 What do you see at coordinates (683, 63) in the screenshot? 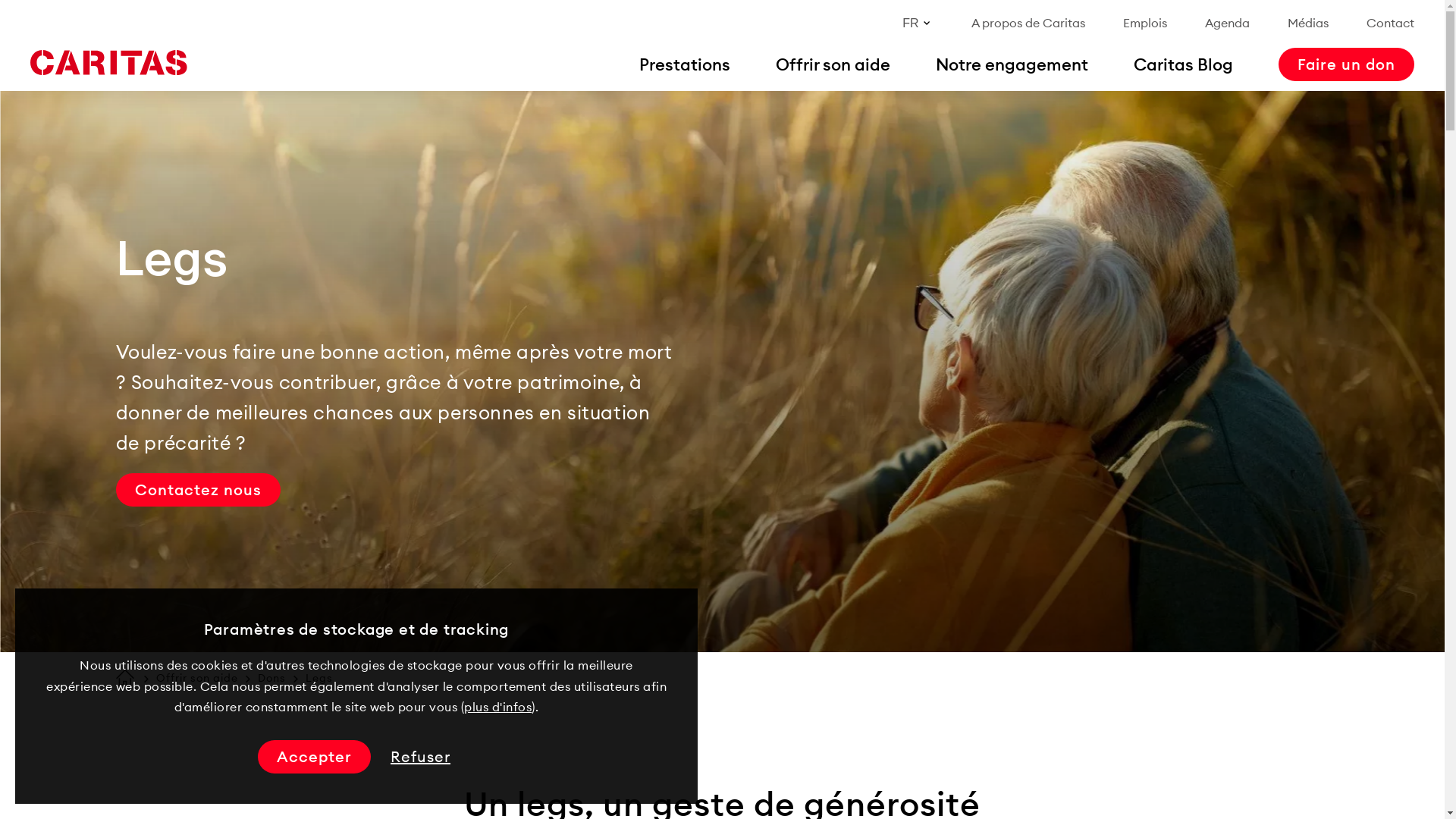
I see `'Prestations'` at bounding box center [683, 63].